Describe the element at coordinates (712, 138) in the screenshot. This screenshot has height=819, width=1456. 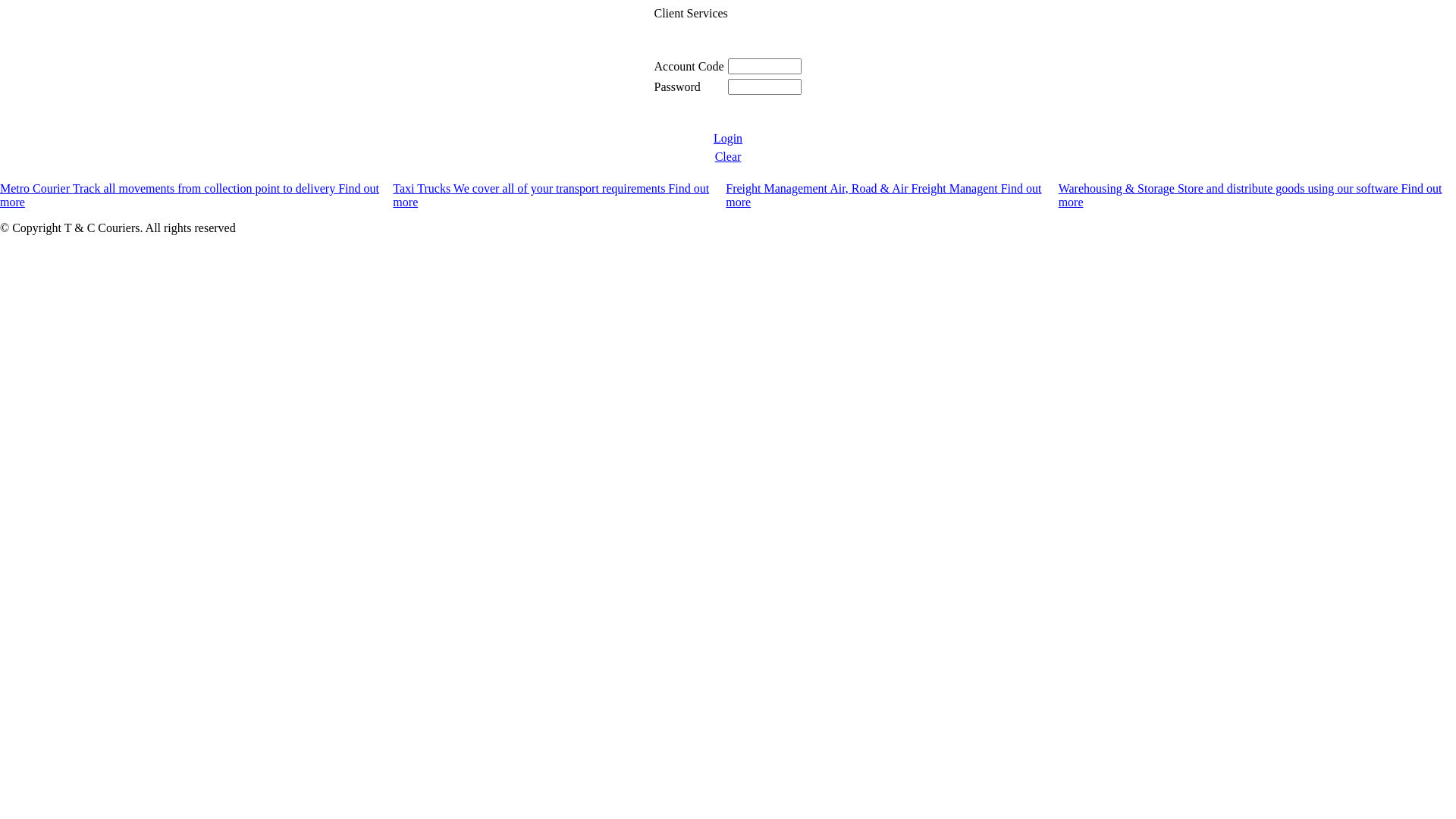
I see `'Login'` at that location.